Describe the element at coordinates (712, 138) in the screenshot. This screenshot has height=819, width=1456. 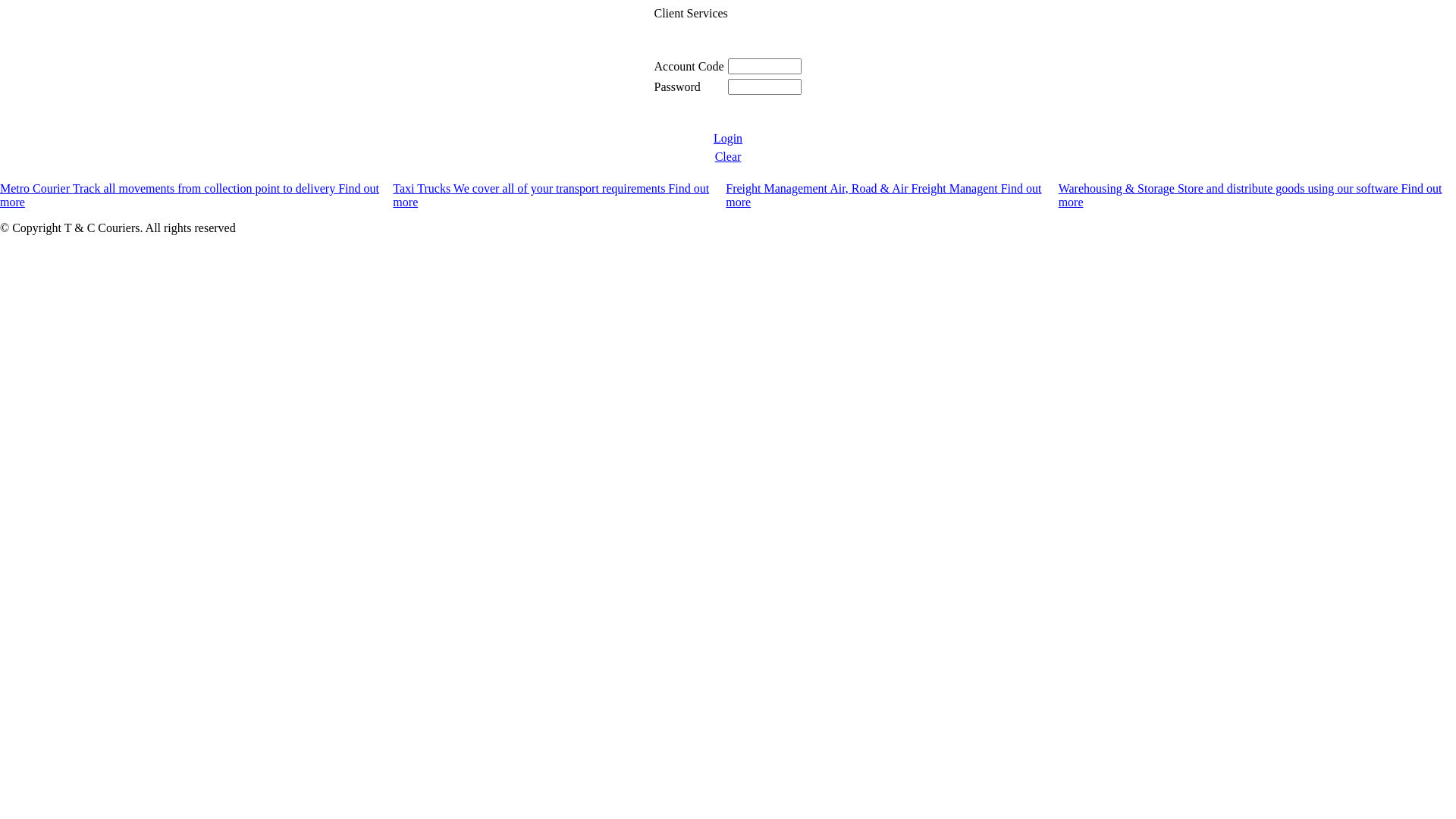
I see `'Login'` at that location.